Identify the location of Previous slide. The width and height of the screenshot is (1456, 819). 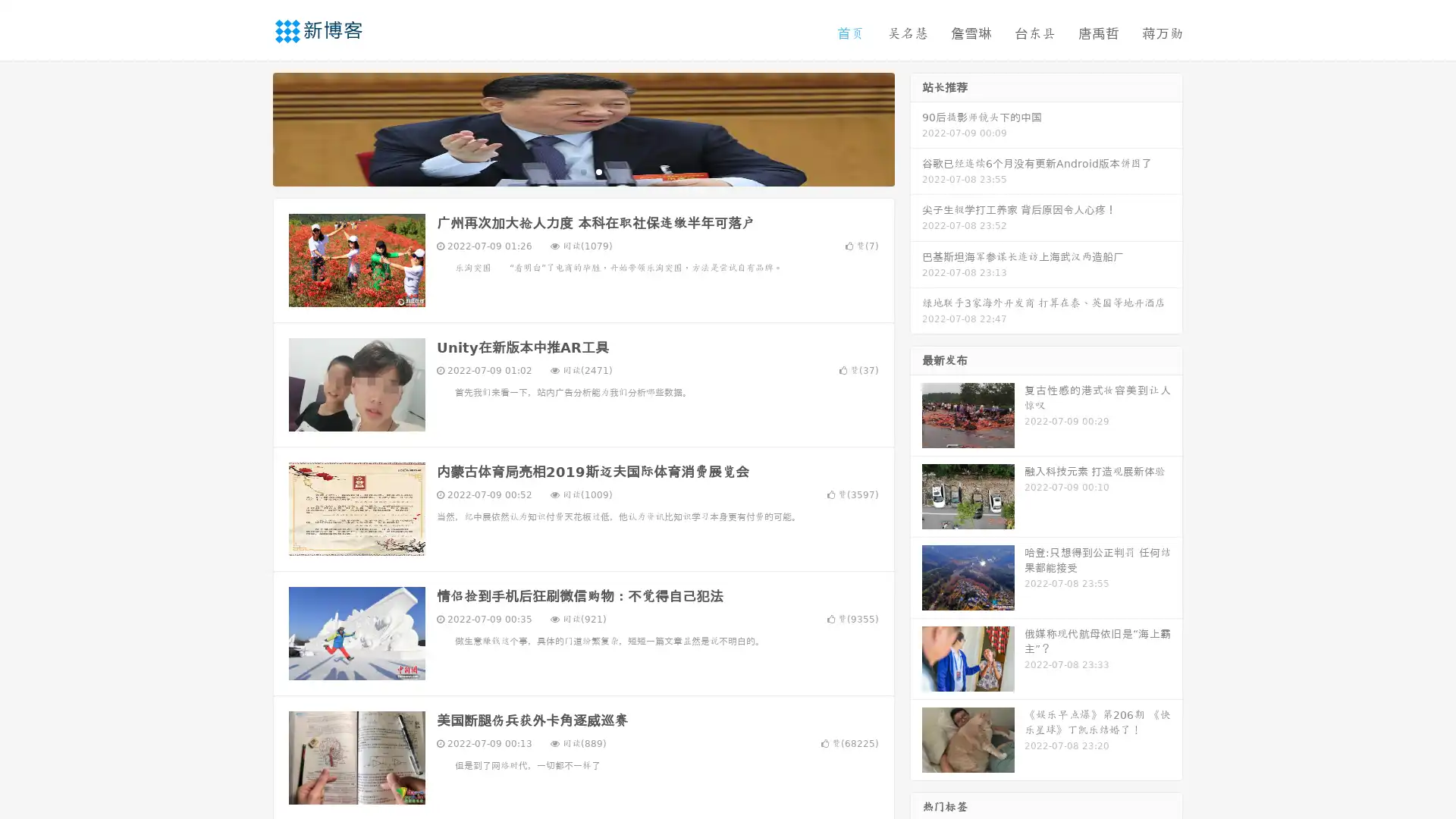
(250, 127).